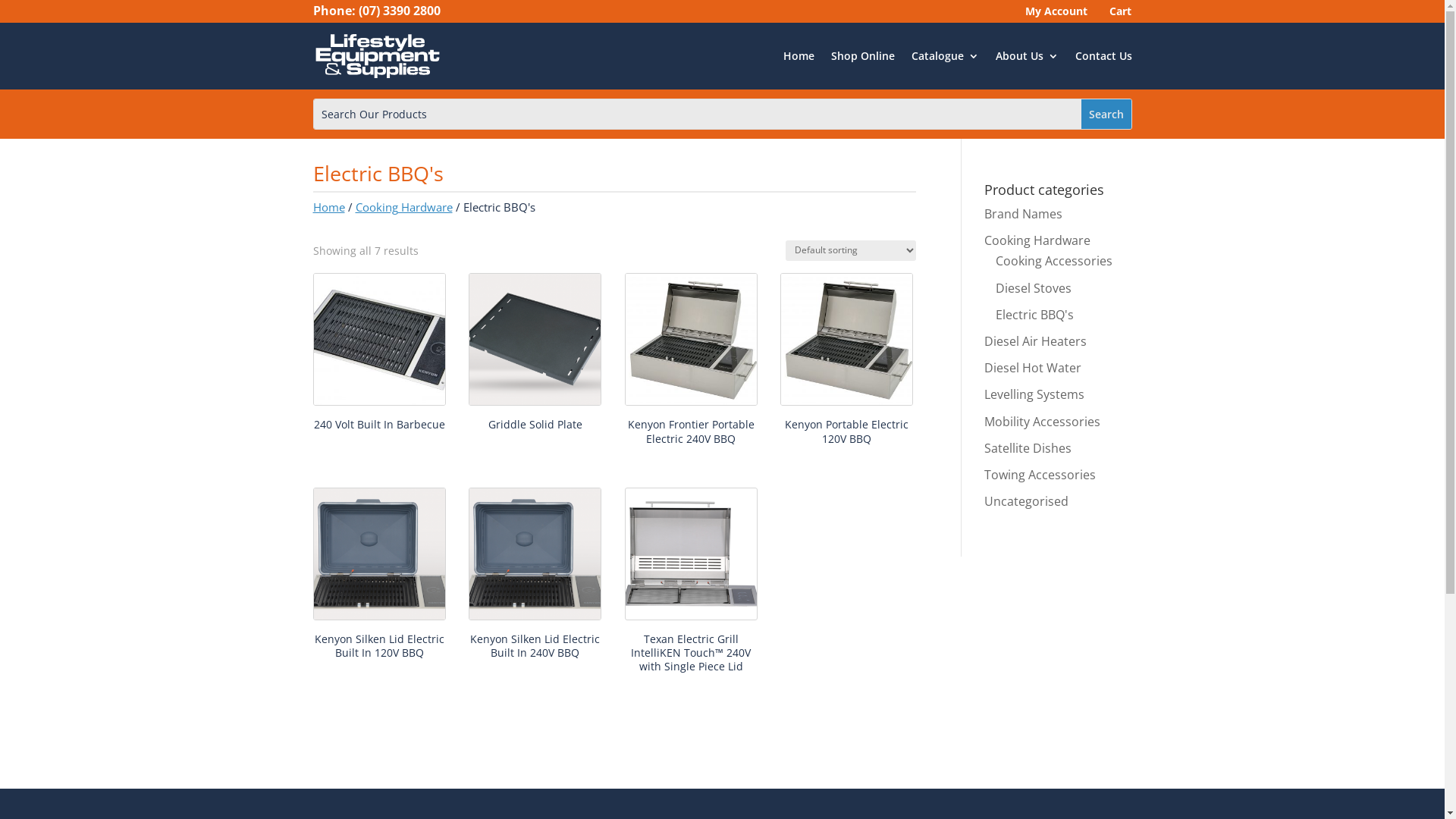  I want to click on 'Mobility Accessories', so click(984, 421).